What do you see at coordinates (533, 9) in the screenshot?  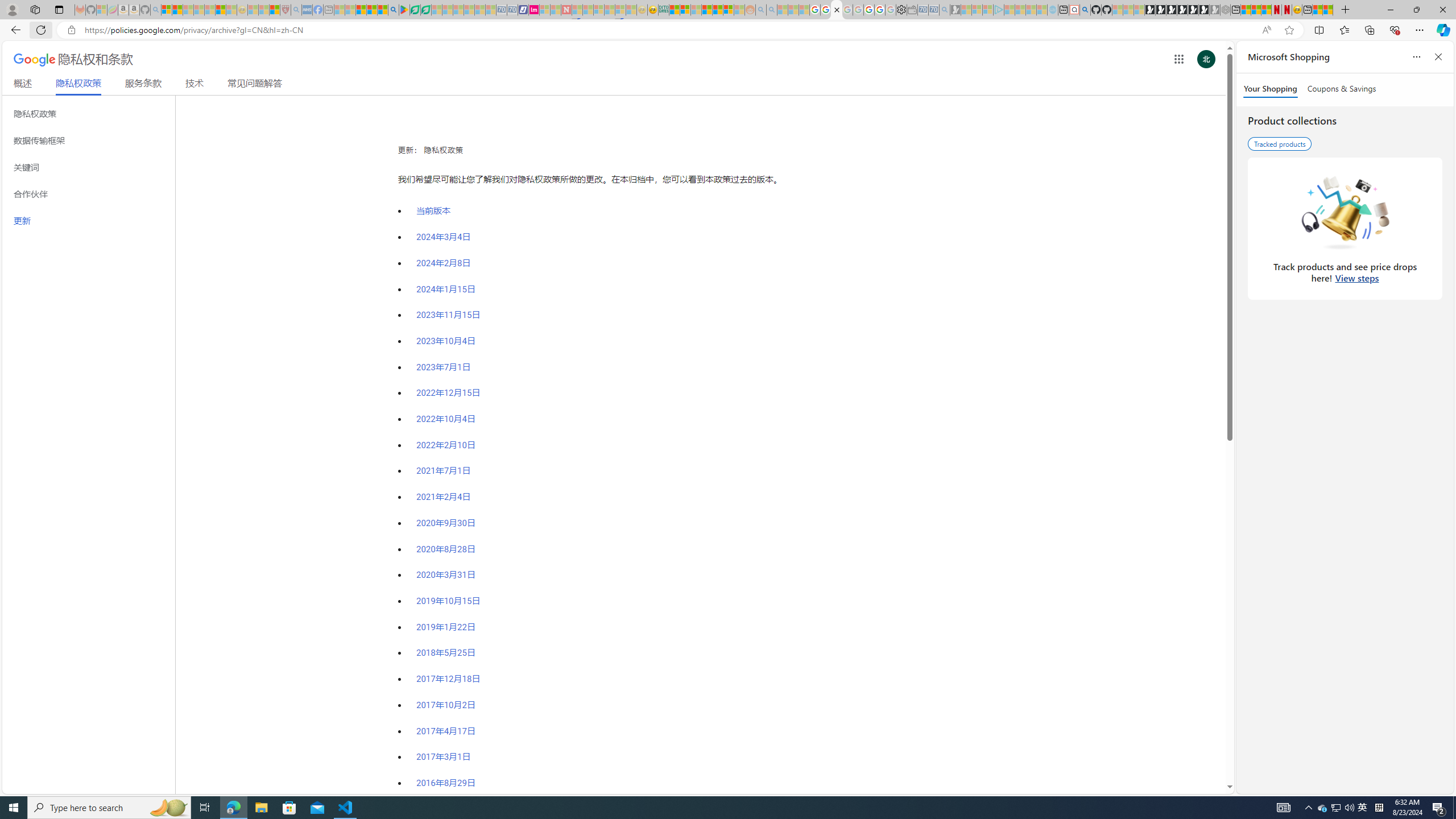 I see `'Jobs - lastminute.com Investor Portal'` at bounding box center [533, 9].